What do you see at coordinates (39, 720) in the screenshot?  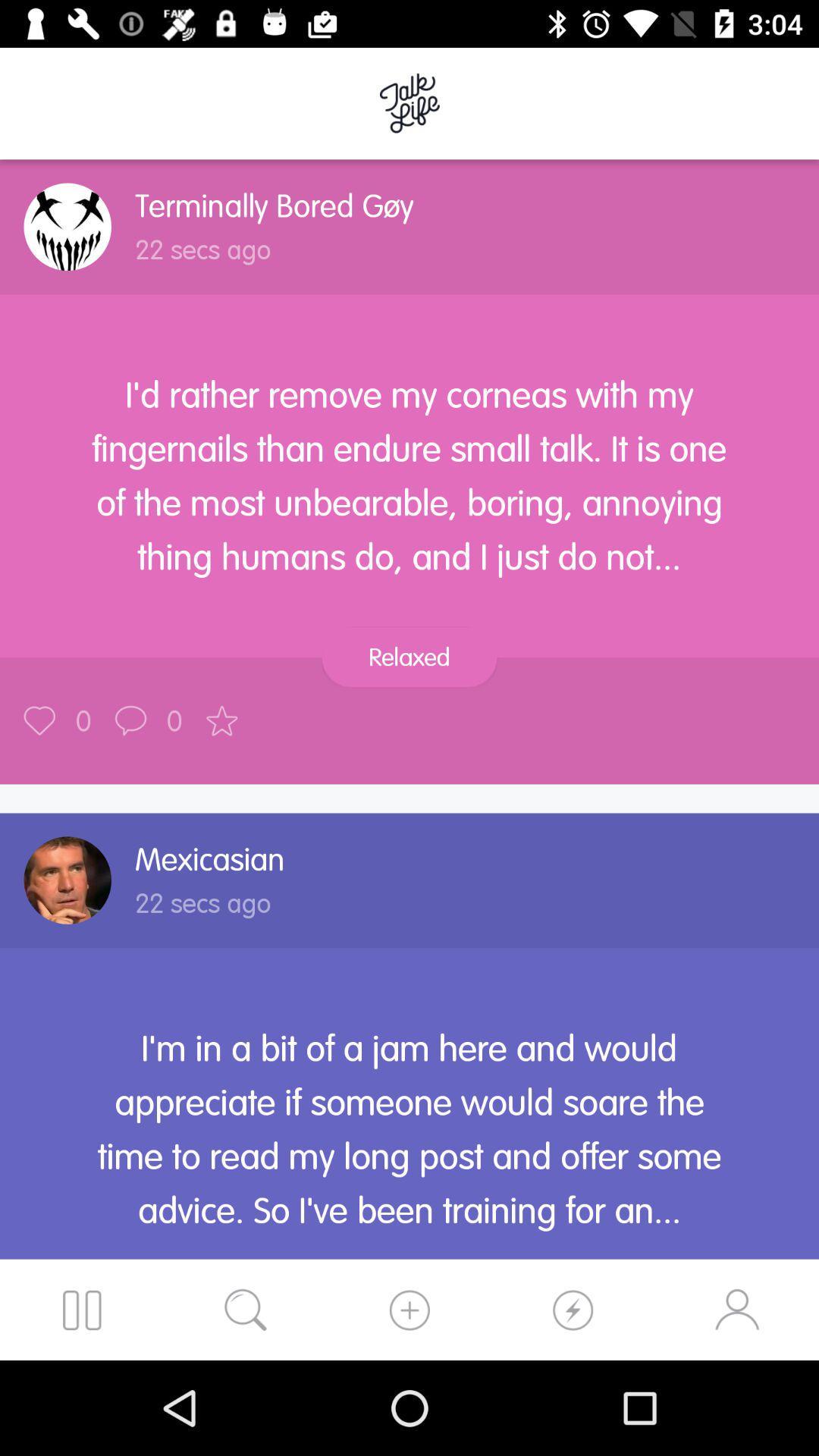 I see `save/favorite post` at bounding box center [39, 720].